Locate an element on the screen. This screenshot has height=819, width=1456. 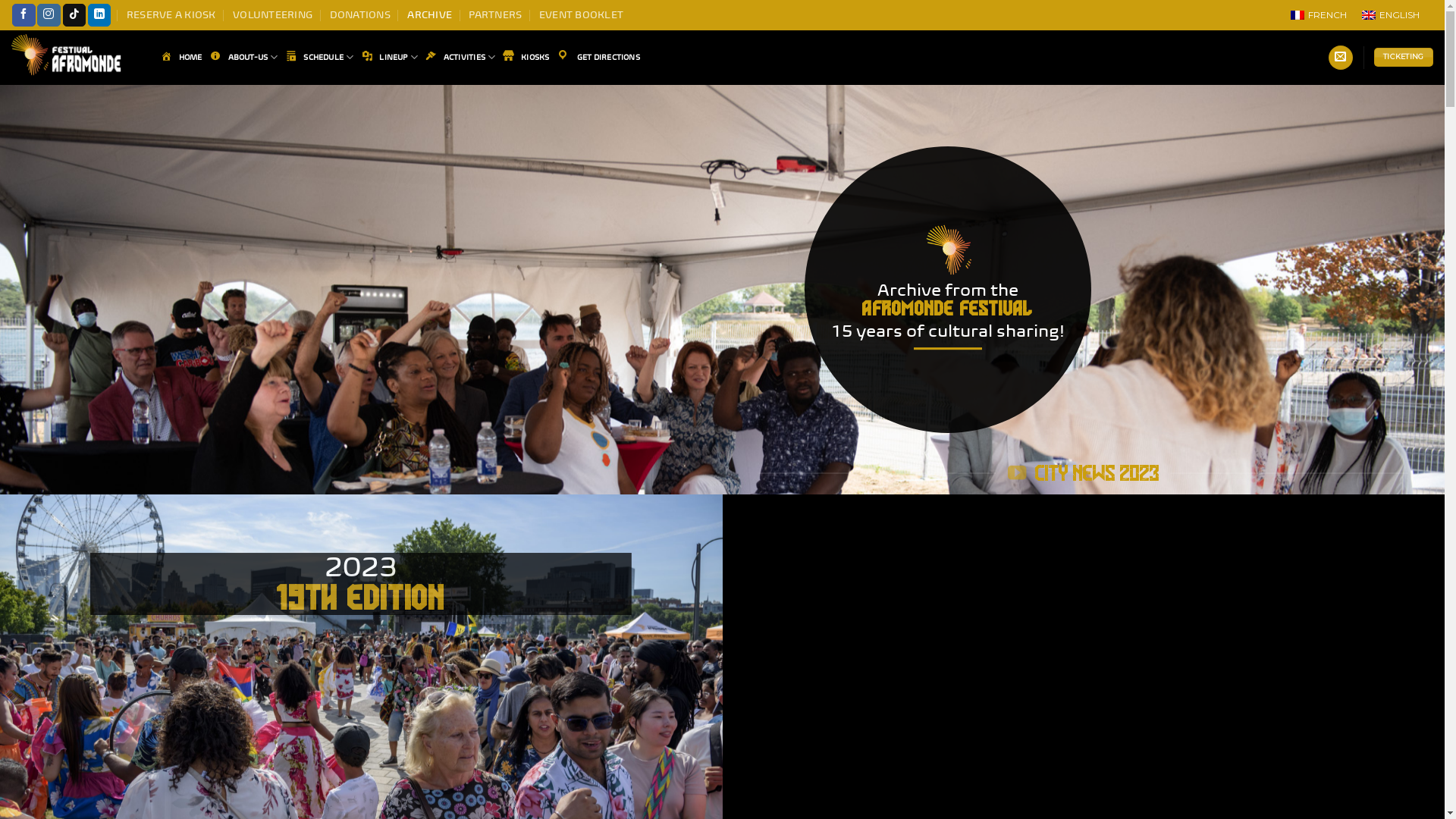
'SCHEDULE' is located at coordinates (319, 56).